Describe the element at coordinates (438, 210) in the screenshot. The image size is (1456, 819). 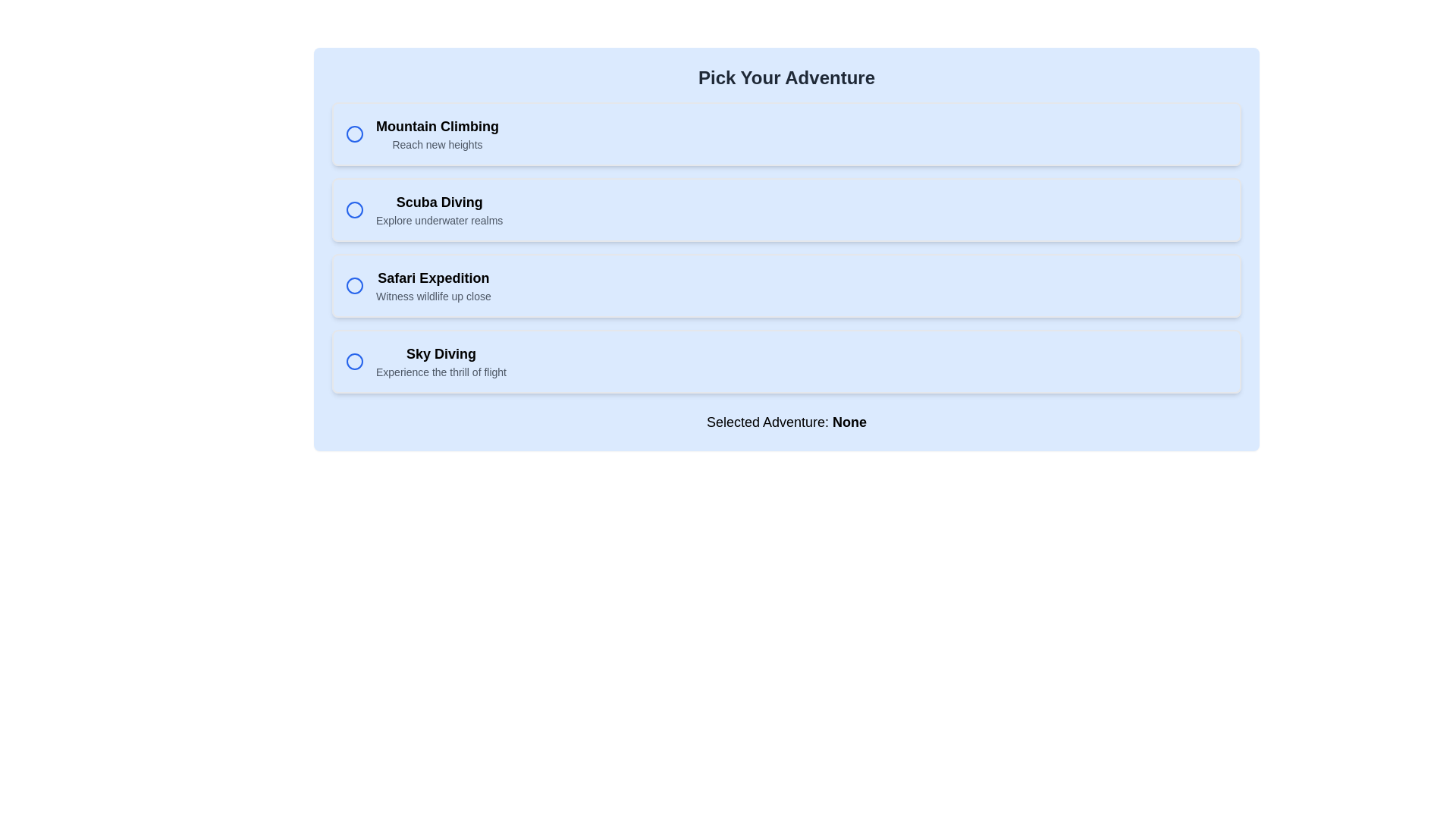
I see `the static text label for 'Scuba Diving', which is the second item under the heading 'Pick Your Adventure'` at that location.